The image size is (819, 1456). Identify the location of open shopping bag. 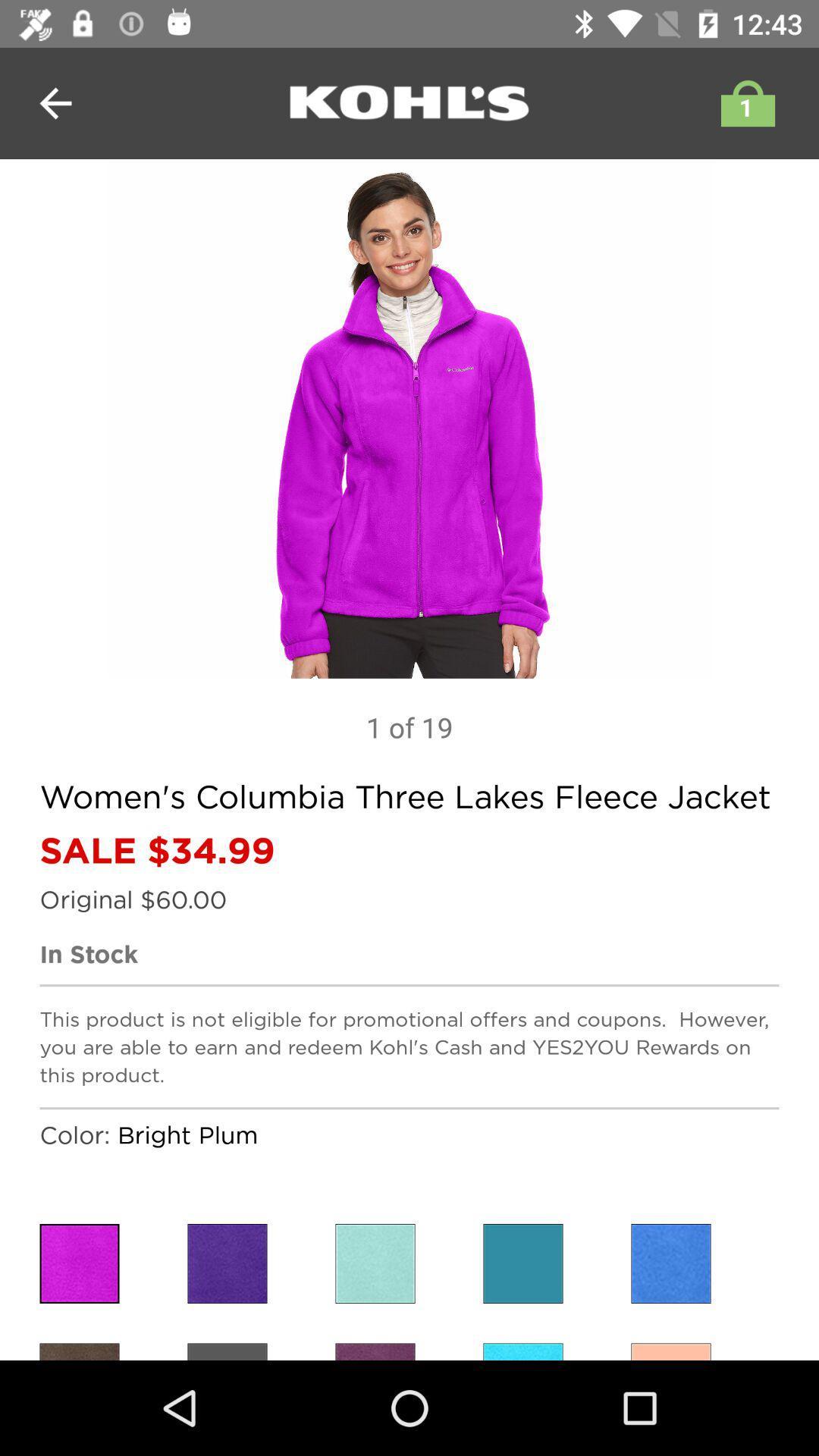
(743, 102).